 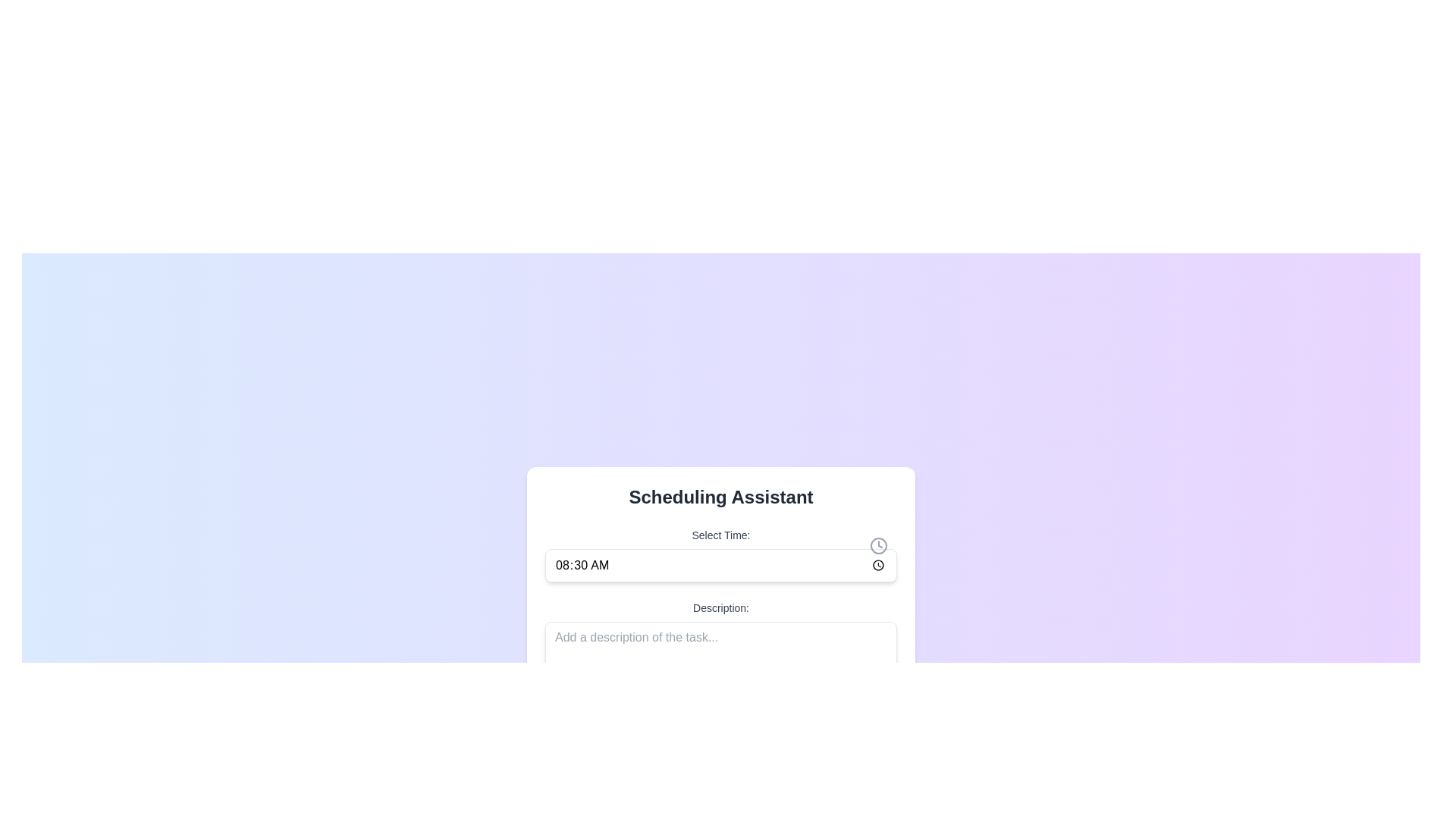 What do you see at coordinates (720, 564) in the screenshot?
I see `the Time picker input field located directly below the 'Select Time:' label to edit the time` at bounding box center [720, 564].